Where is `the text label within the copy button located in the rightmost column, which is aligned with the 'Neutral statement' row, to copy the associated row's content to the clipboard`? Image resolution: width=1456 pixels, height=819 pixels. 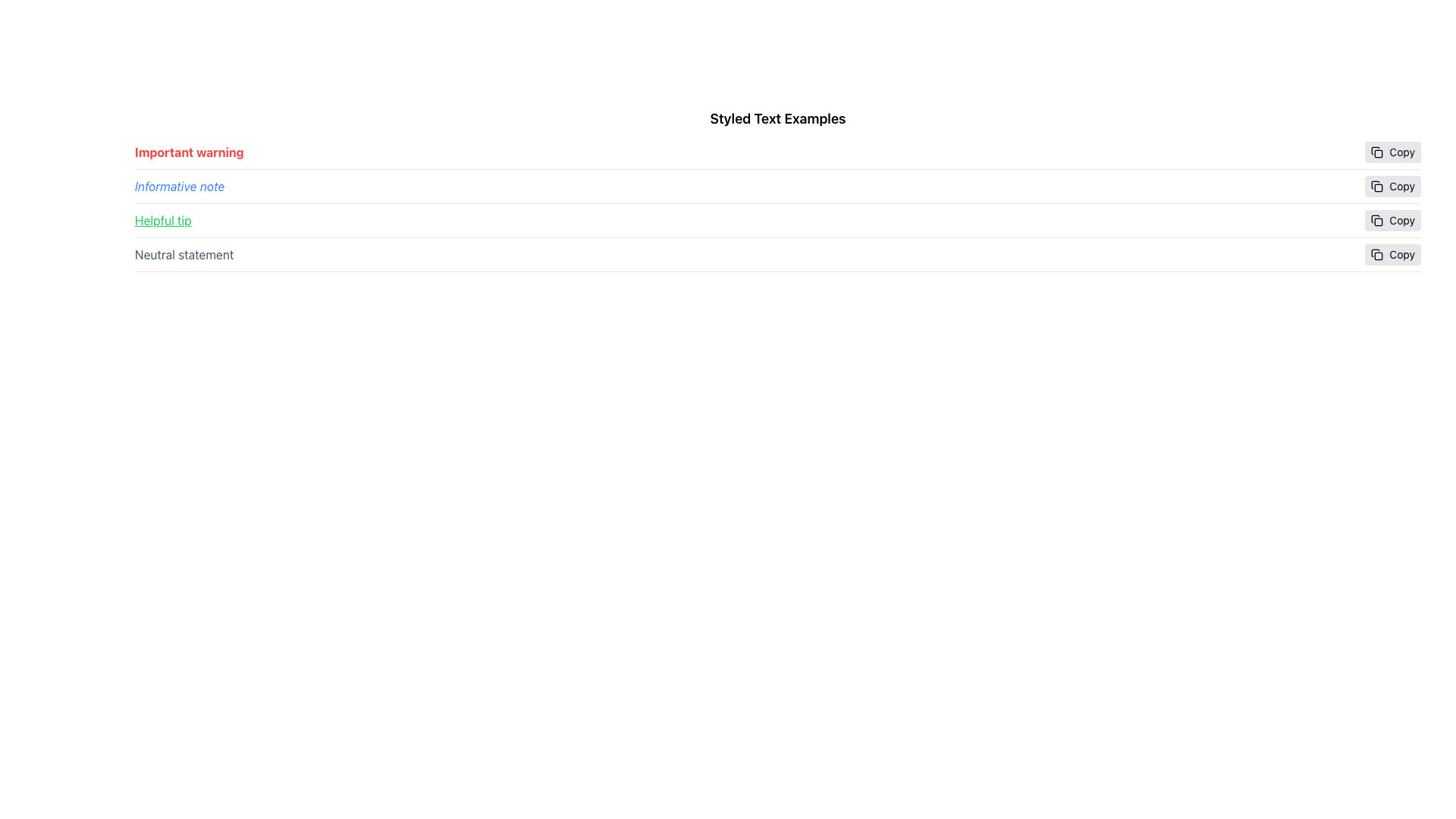 the text label within the copy button located in the rightmost column, which is aligned with the 'Neutral statement' row, to copy the associated row's content to the clipboard is located at coordinates (1401, 220).